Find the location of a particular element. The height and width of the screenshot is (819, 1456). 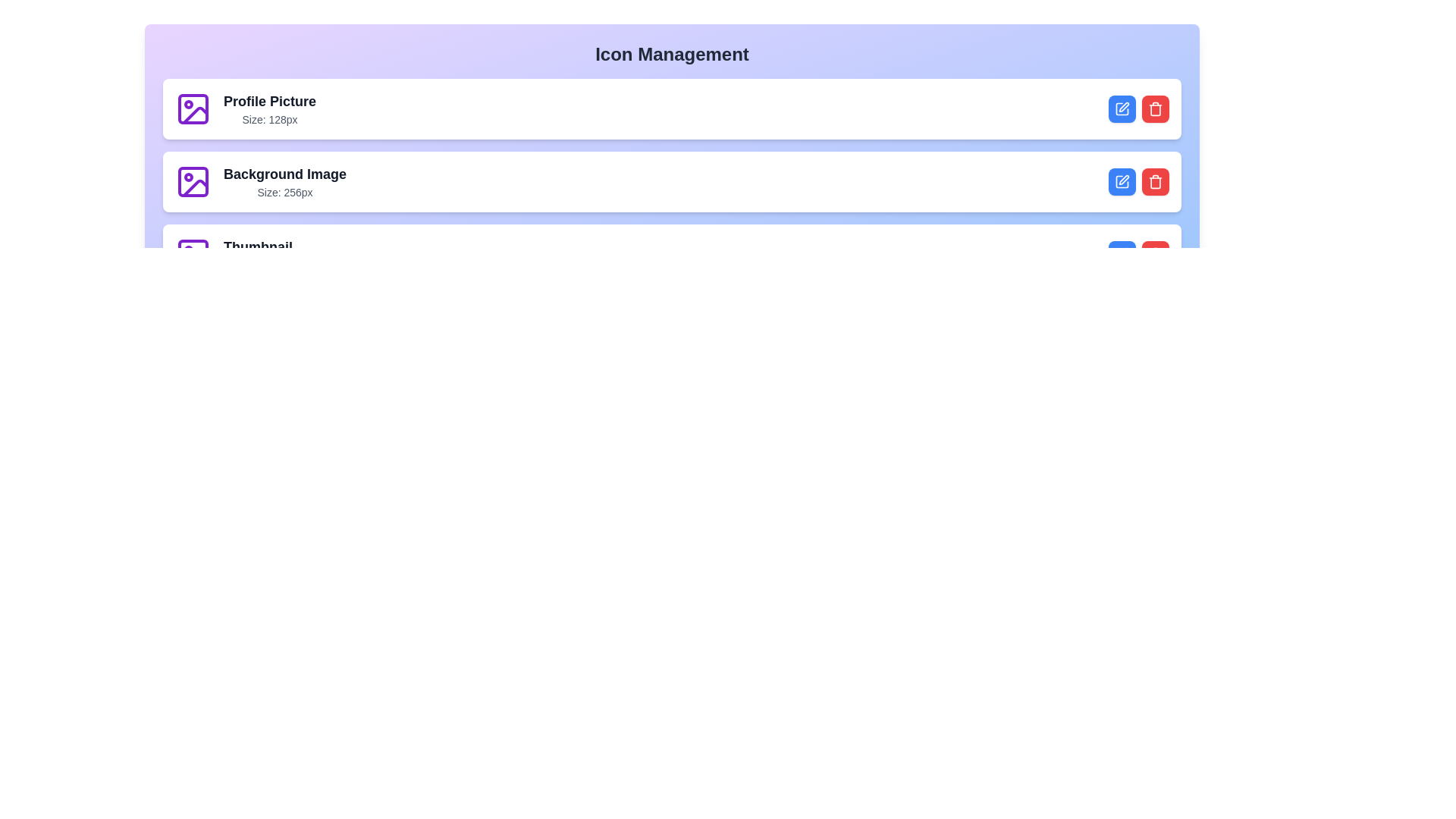

the first button in the group located at the right end of the 'Background Image' entry is located at coordinates (1122, 180).